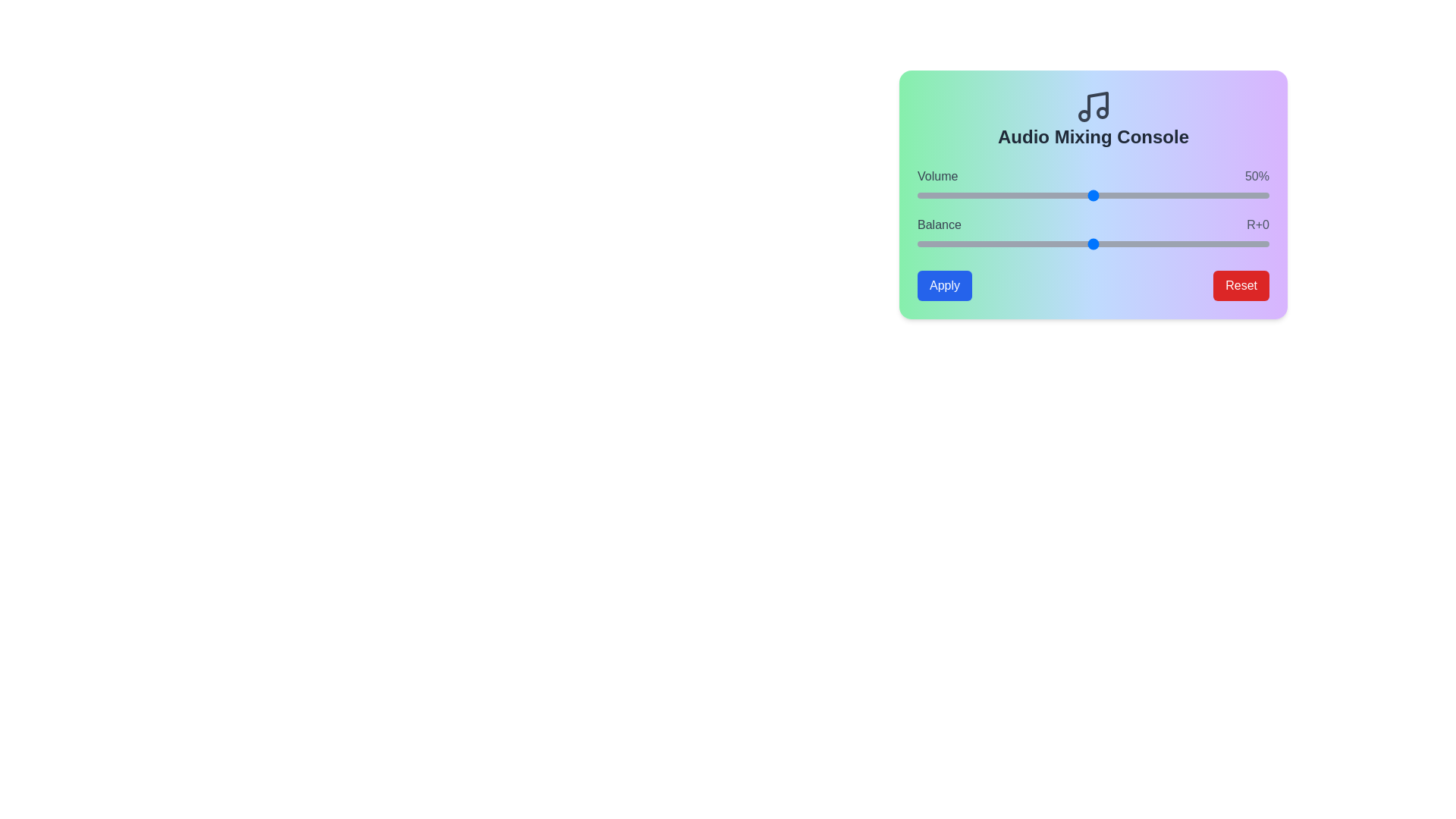 This screenshot has width=1456, height=819. What do you see at coordinates (1153, 243) in the screenshot?
I see `balance` at bounding box center [1153, 243].